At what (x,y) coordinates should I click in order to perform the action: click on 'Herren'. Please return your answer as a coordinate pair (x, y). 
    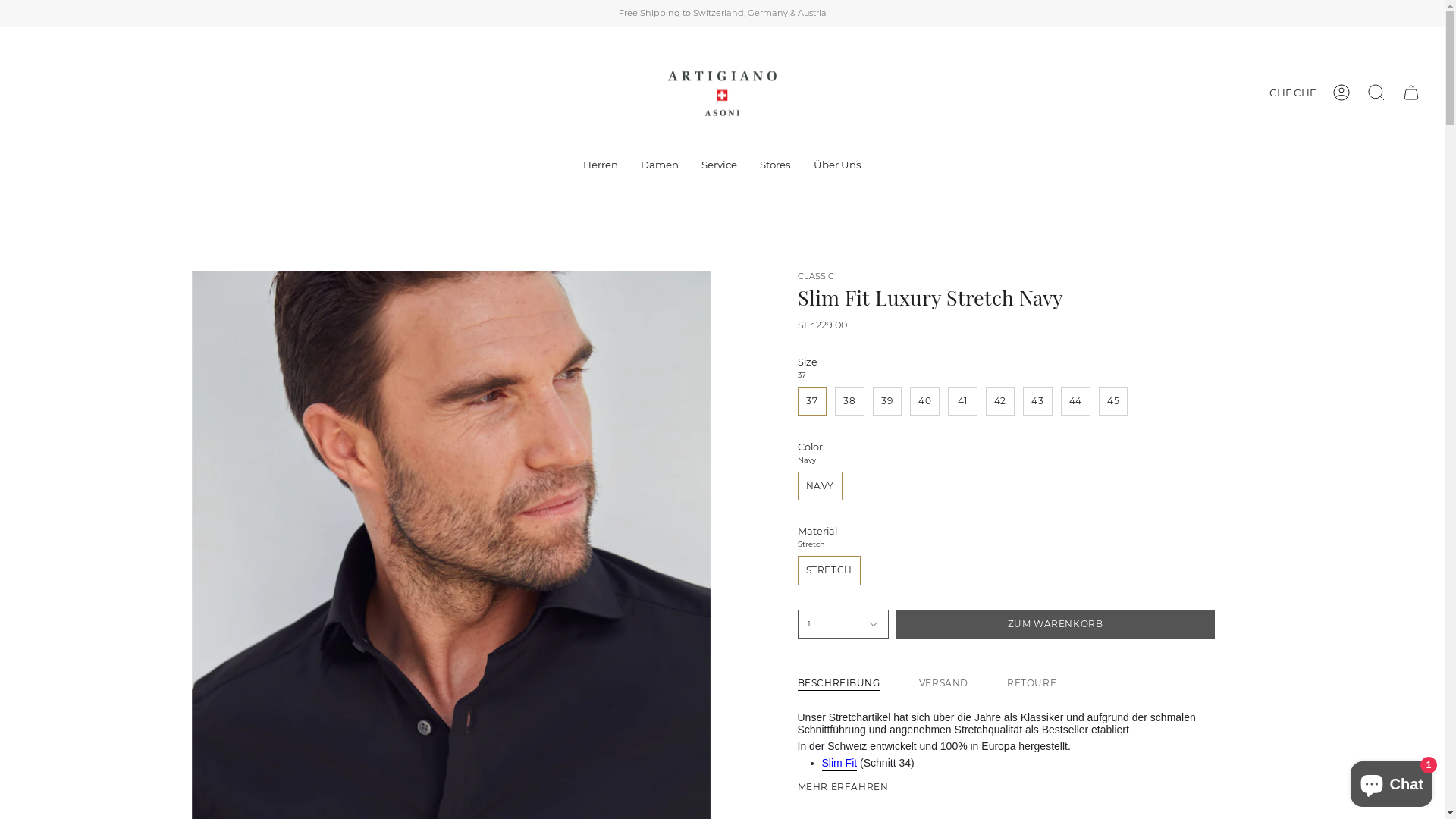
    Looking at the image, I should click on (600, 165).